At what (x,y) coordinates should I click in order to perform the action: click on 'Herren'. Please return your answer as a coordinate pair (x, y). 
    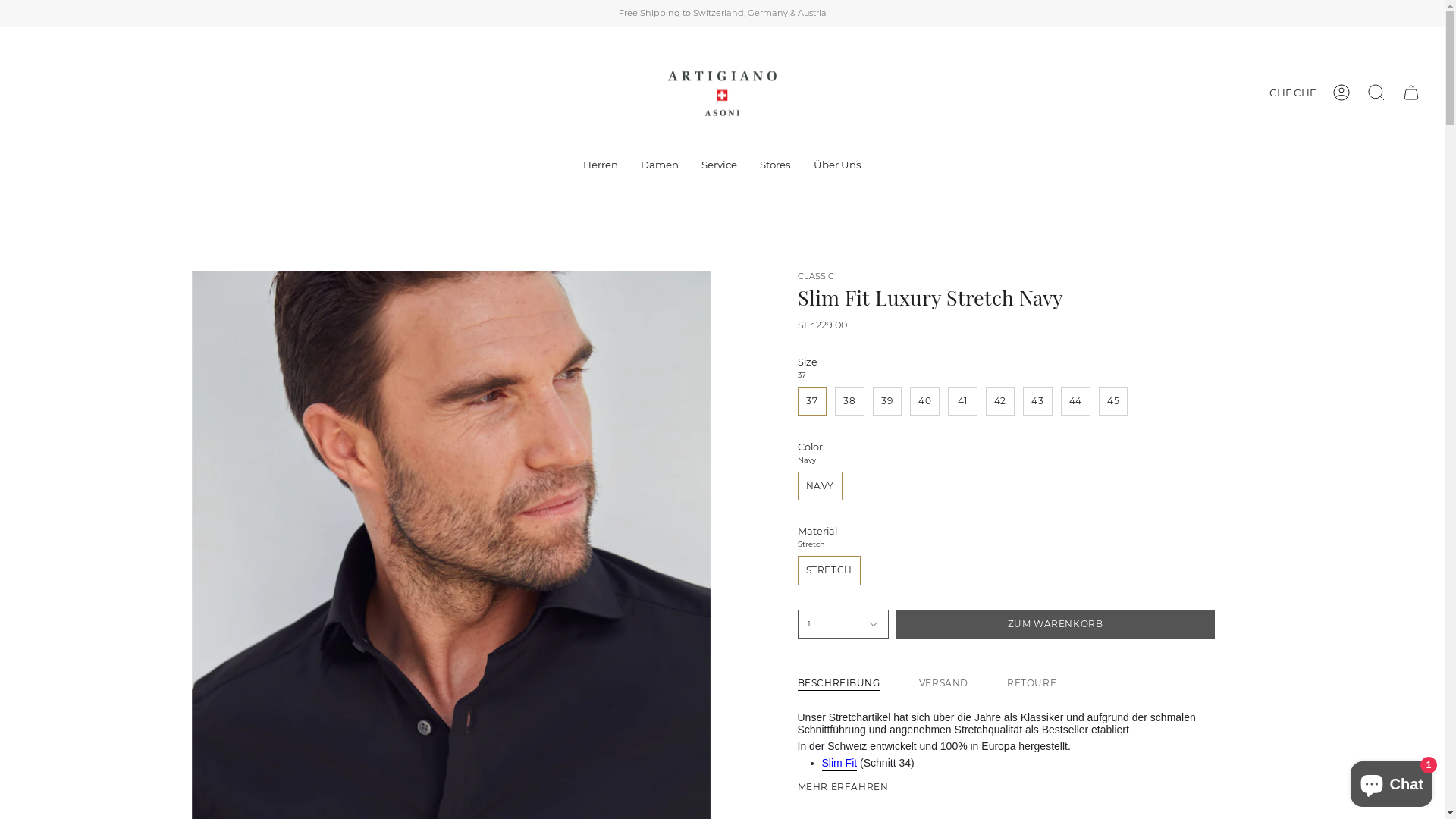
    Looking at the image, I should click on (600, 165).